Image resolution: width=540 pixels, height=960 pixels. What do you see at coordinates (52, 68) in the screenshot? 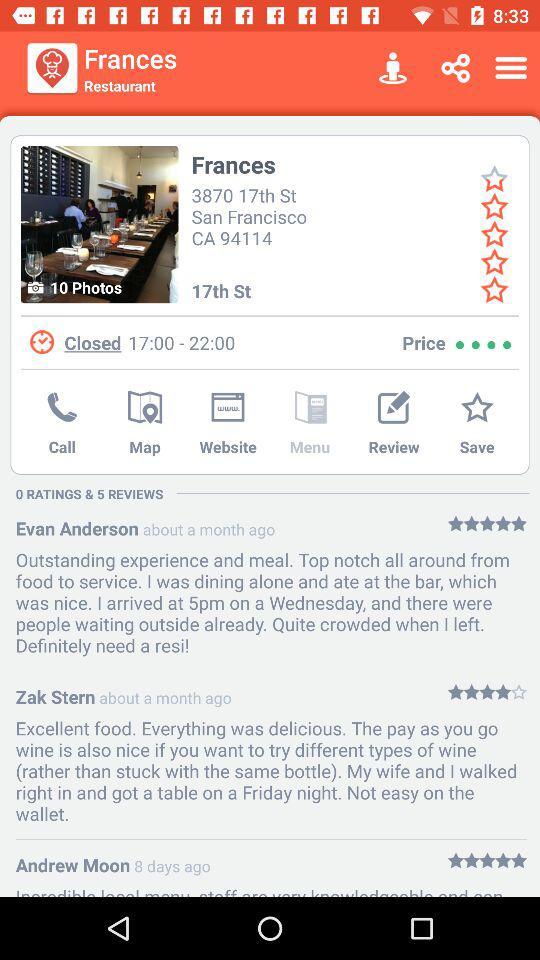
I see `item next to frances icon` at bounding box center [52, 68].